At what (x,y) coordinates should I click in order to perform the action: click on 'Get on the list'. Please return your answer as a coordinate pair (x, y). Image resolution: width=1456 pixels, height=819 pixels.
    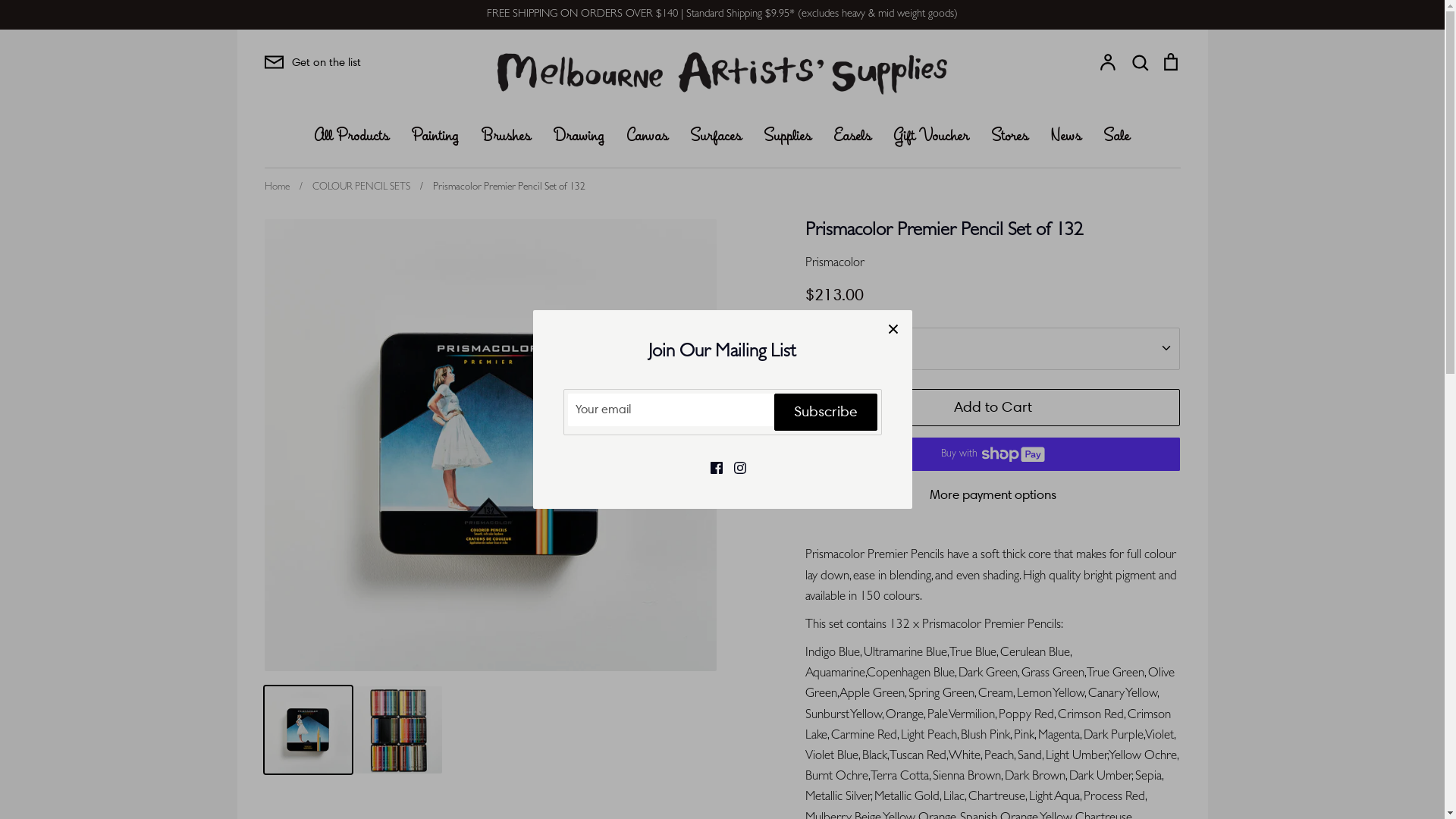
    Looking at the image, I should click on (311, 61).